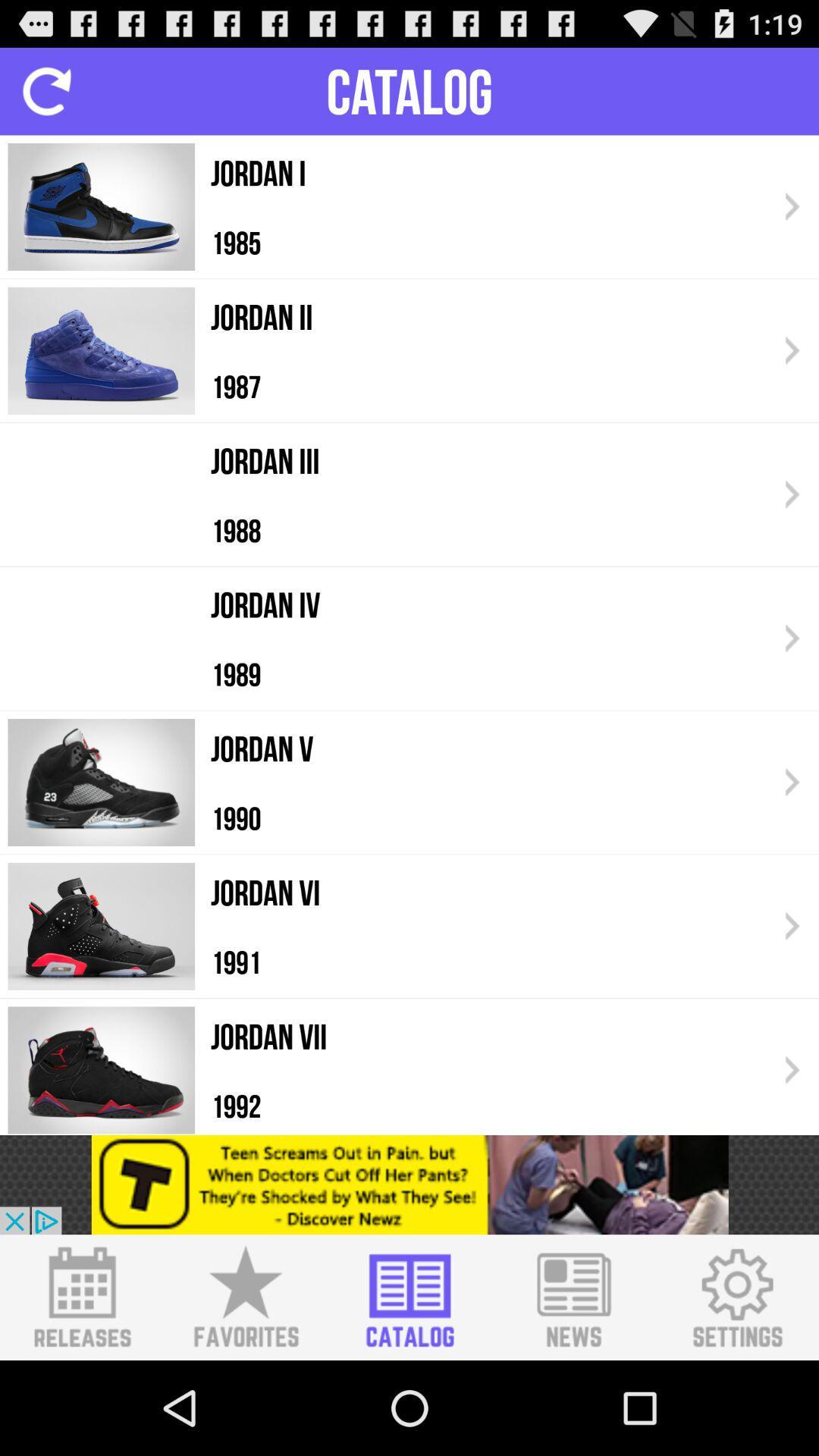 The image size is (819, 1456). I want to click on the date_range icon, so click(82, 1389).